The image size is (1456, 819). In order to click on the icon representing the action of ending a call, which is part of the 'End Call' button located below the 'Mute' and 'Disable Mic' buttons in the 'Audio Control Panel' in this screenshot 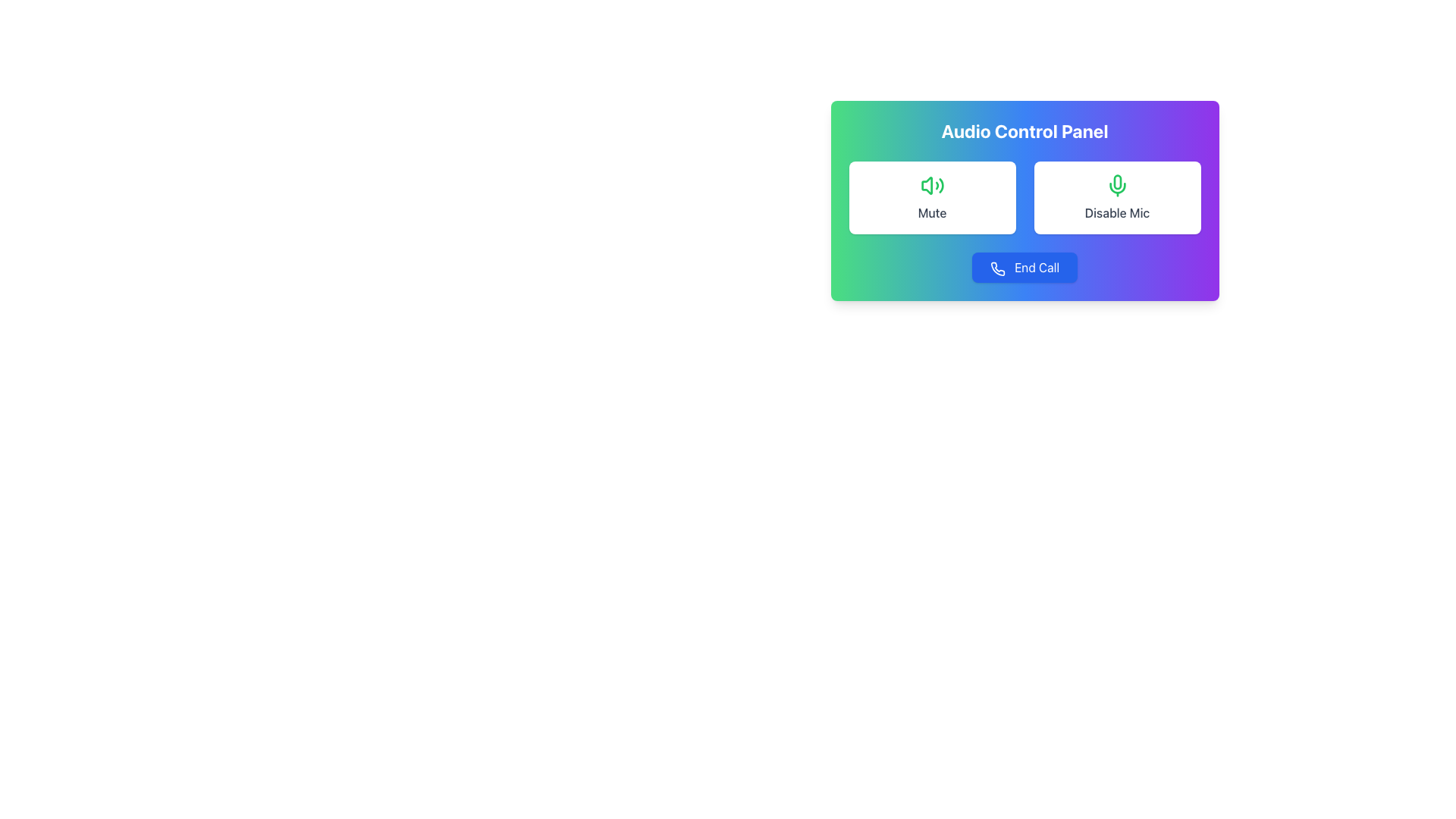, I will do `click(997, 268)`.